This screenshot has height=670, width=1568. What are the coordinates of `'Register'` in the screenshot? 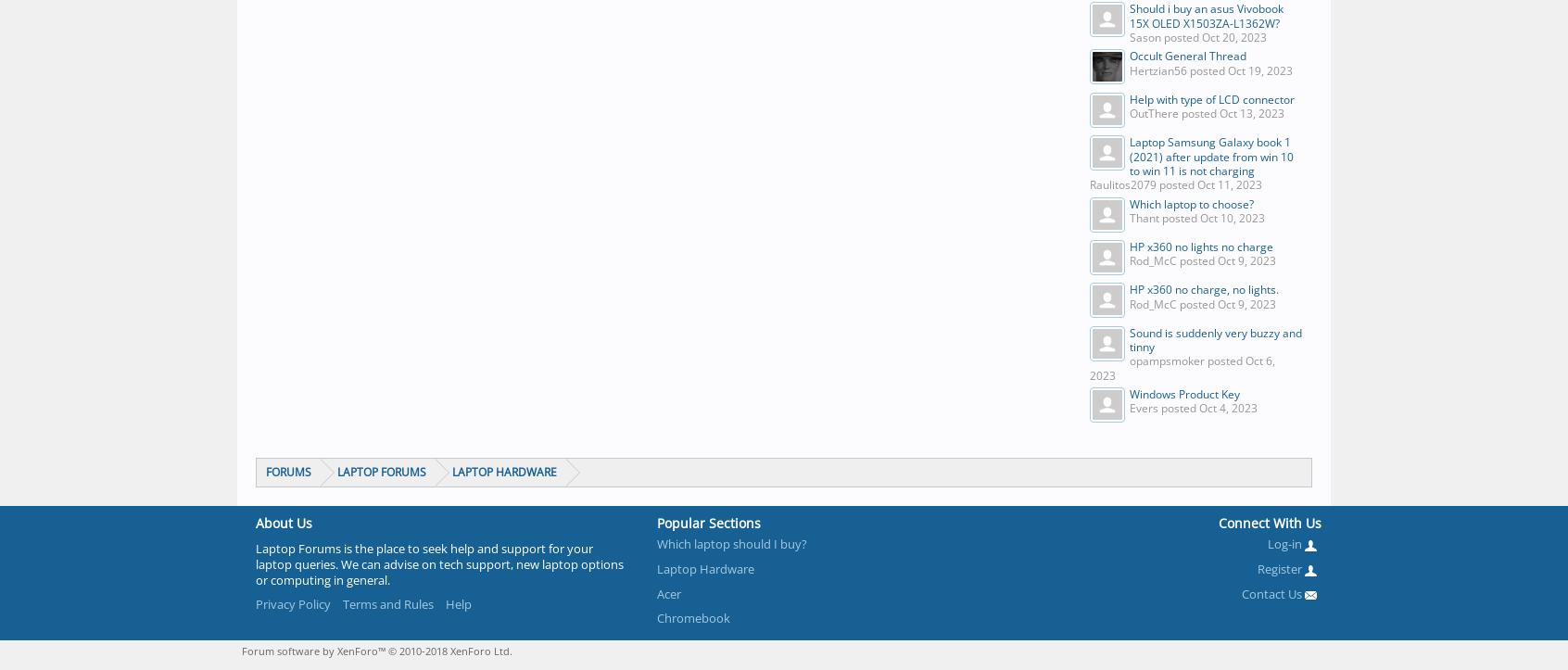 It's located at (1281, 568).